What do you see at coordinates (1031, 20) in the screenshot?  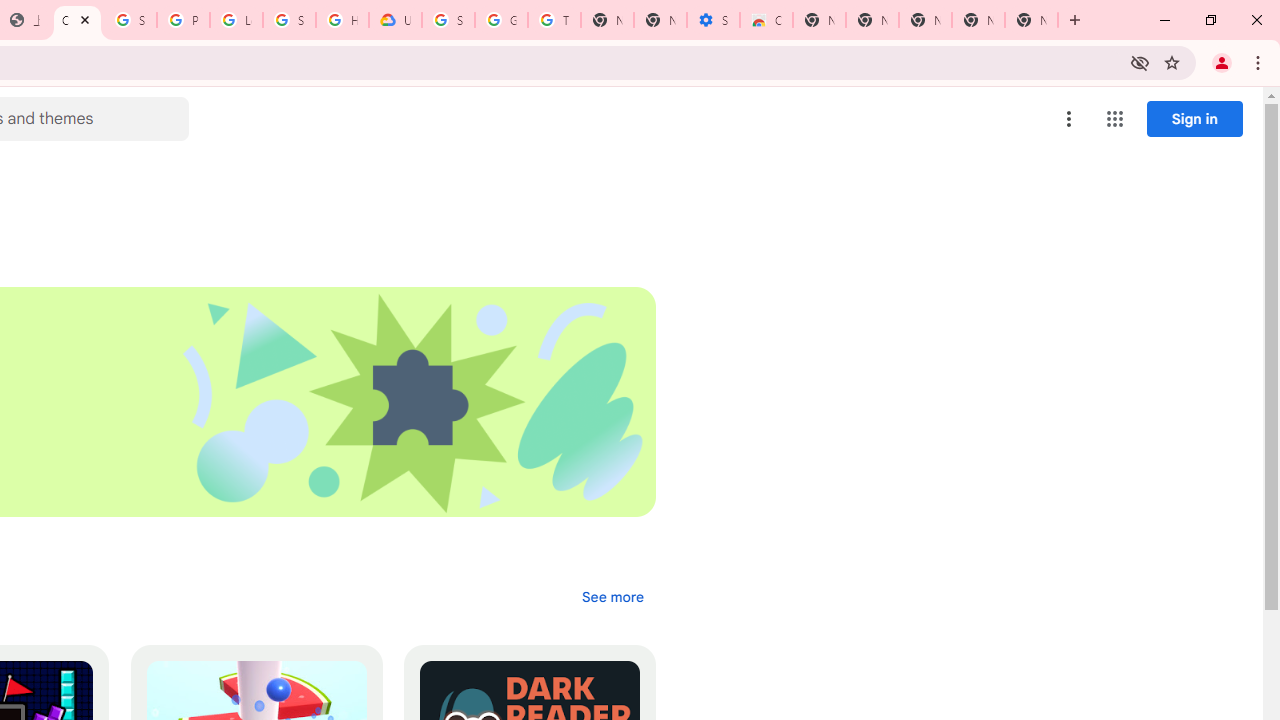 I see `'New Tab'` at bounding box center [1031, 20].